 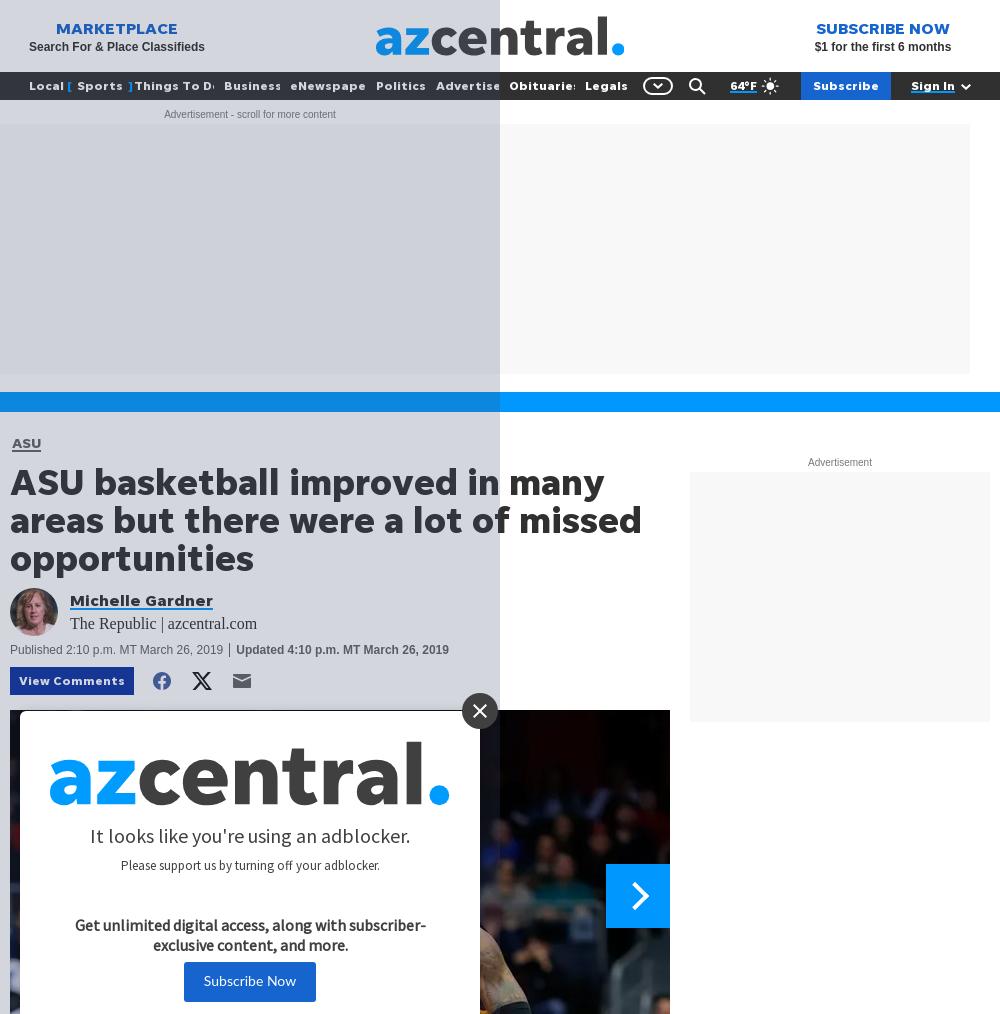 What do you see at coordinates (605, 84) in the screenshot?
I see `'Legals'` at bounding box center [605, 84].